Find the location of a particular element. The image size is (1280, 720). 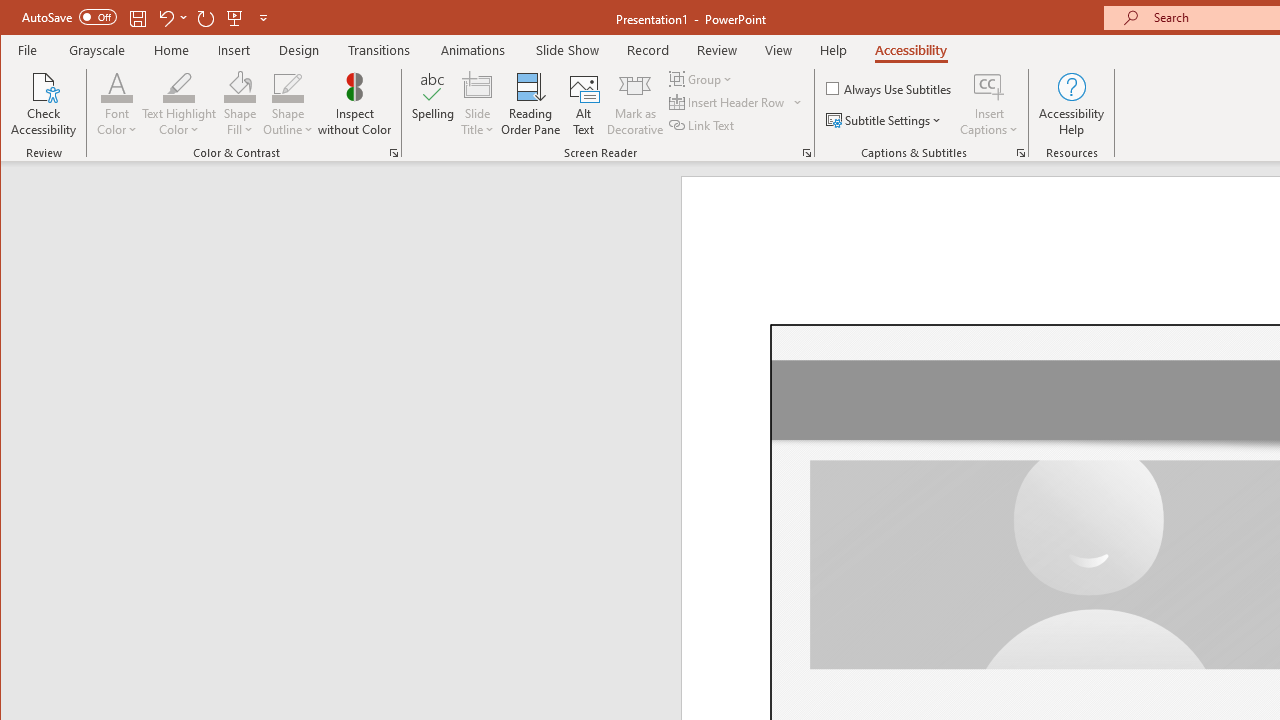

'Text Highlight Color' is located at coordinates (179, 85).